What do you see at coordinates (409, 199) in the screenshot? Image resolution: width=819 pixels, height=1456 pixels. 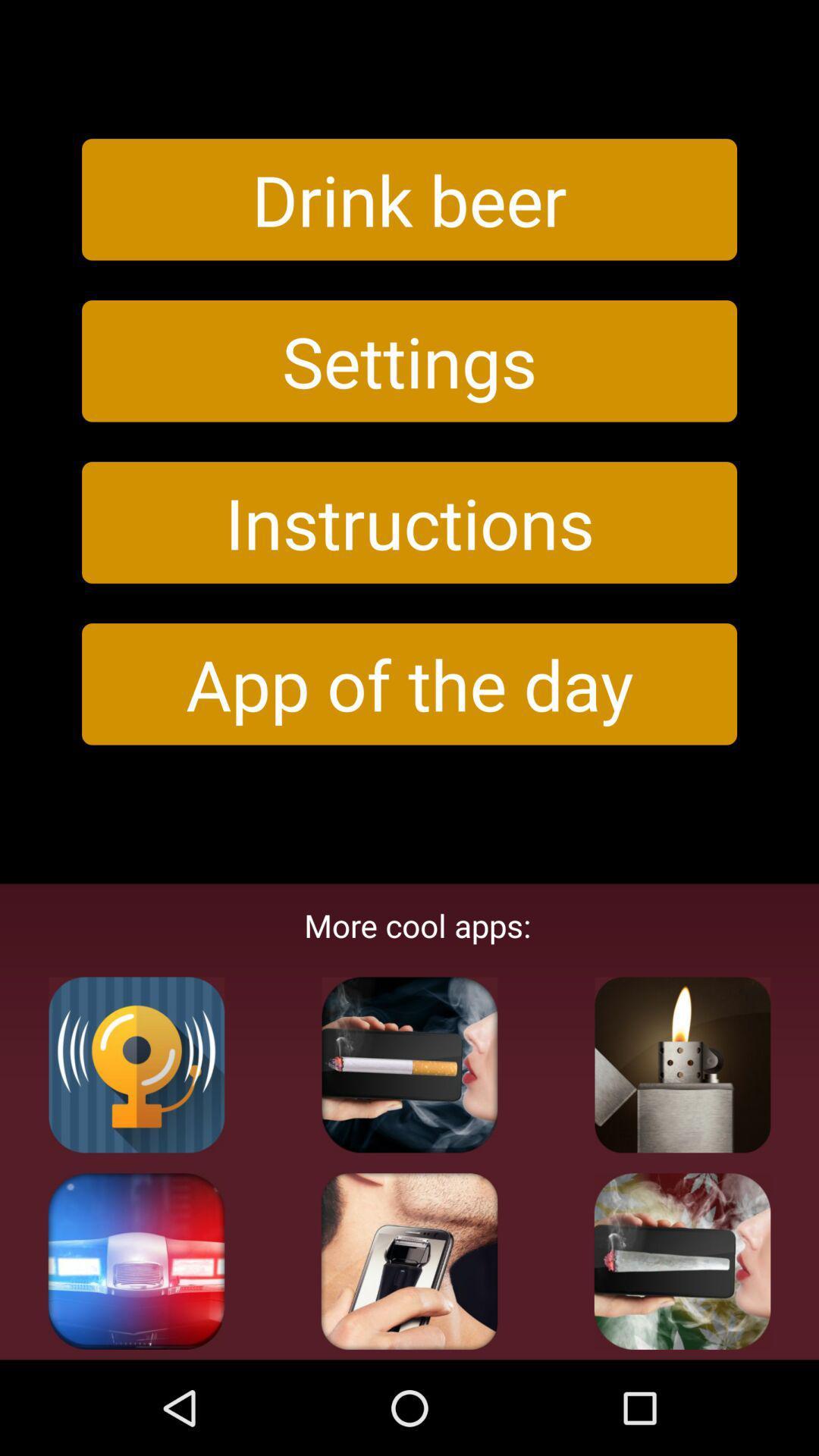 I see `the icon above the settings button` at bounding box center [409, 199].